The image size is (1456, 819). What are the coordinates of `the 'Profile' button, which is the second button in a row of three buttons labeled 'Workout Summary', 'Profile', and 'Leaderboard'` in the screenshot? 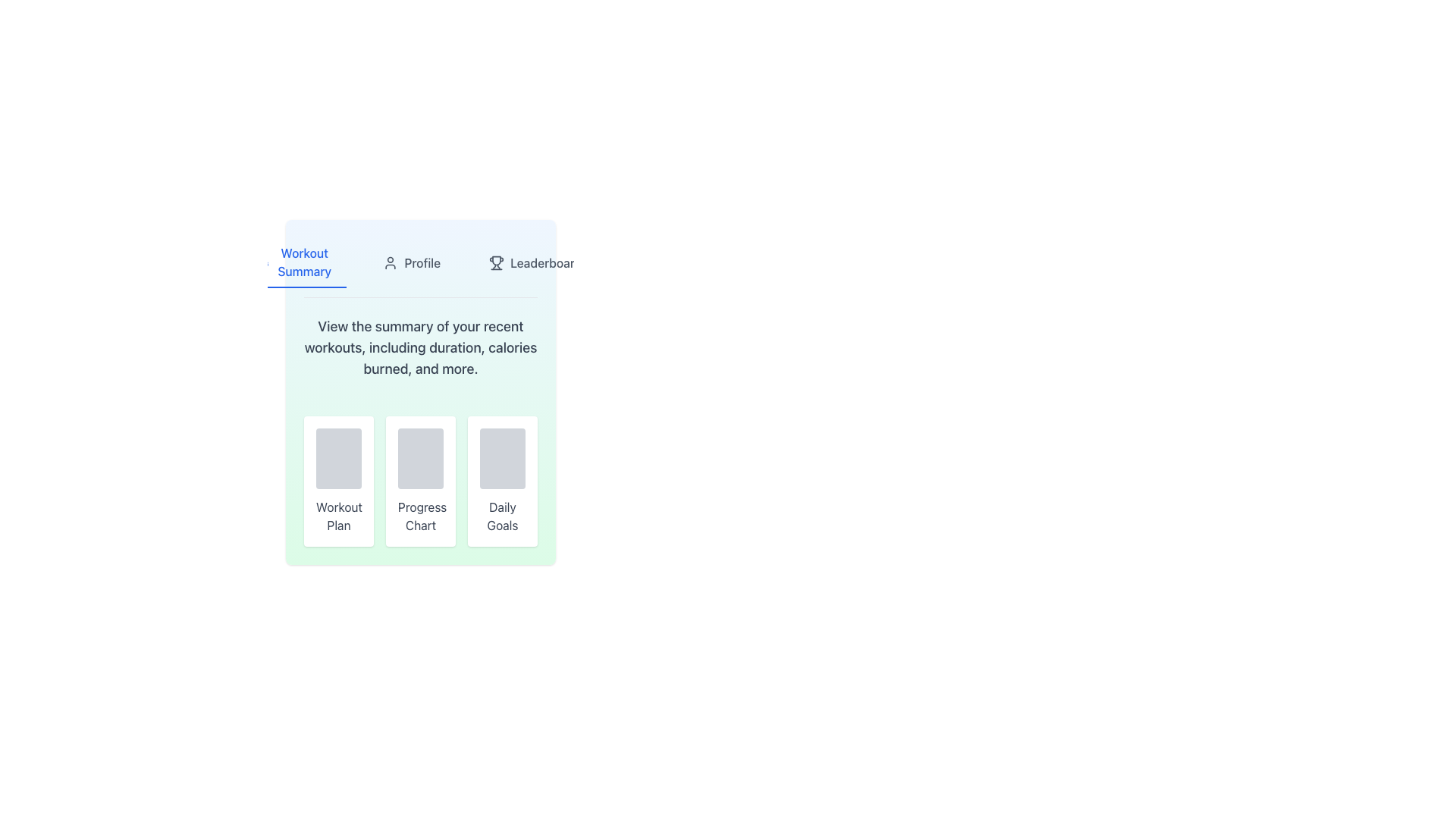 It's located at (412, 262).